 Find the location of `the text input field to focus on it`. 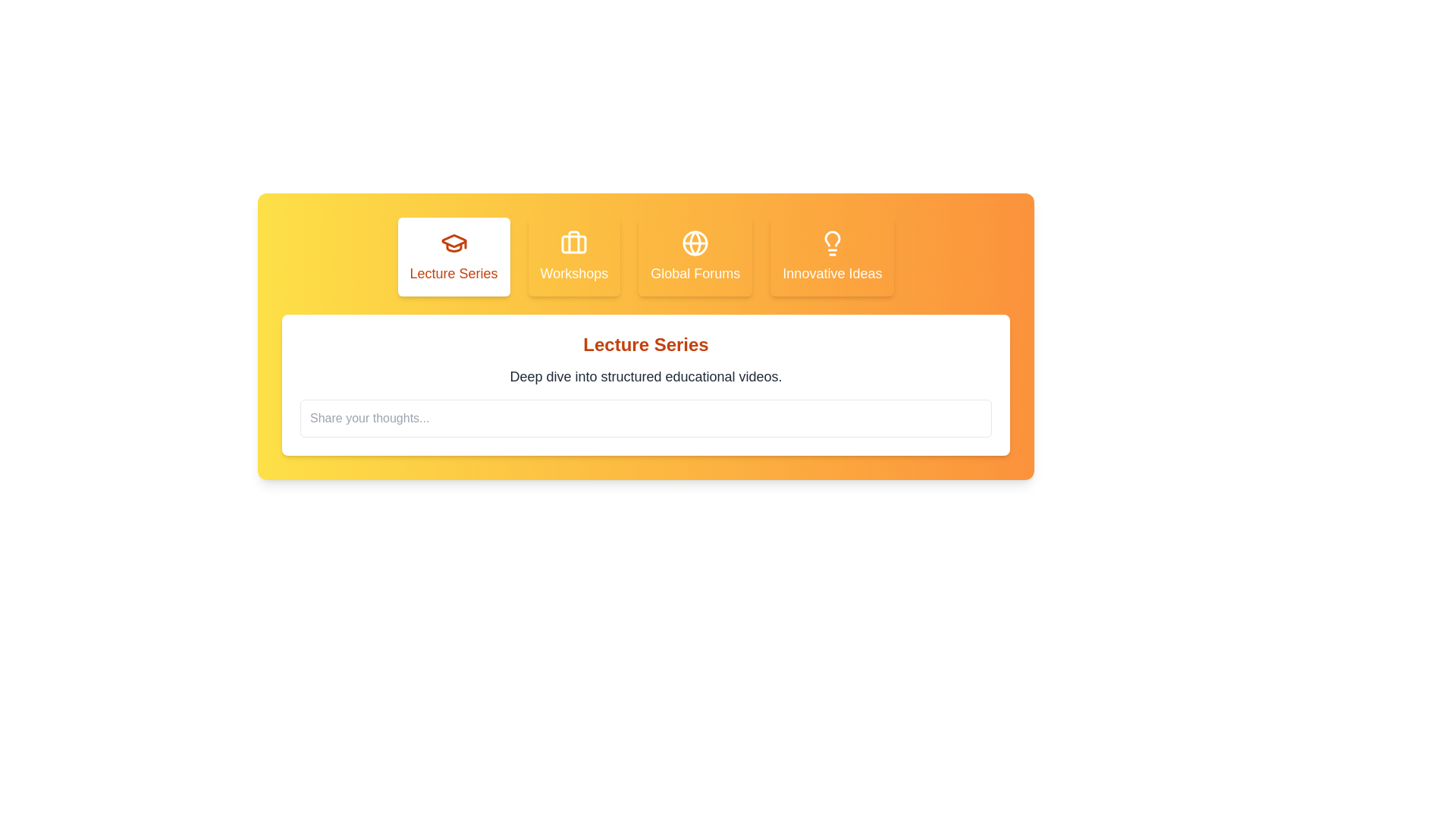

the text input field to focus on it is located at coordinates (645, 418).